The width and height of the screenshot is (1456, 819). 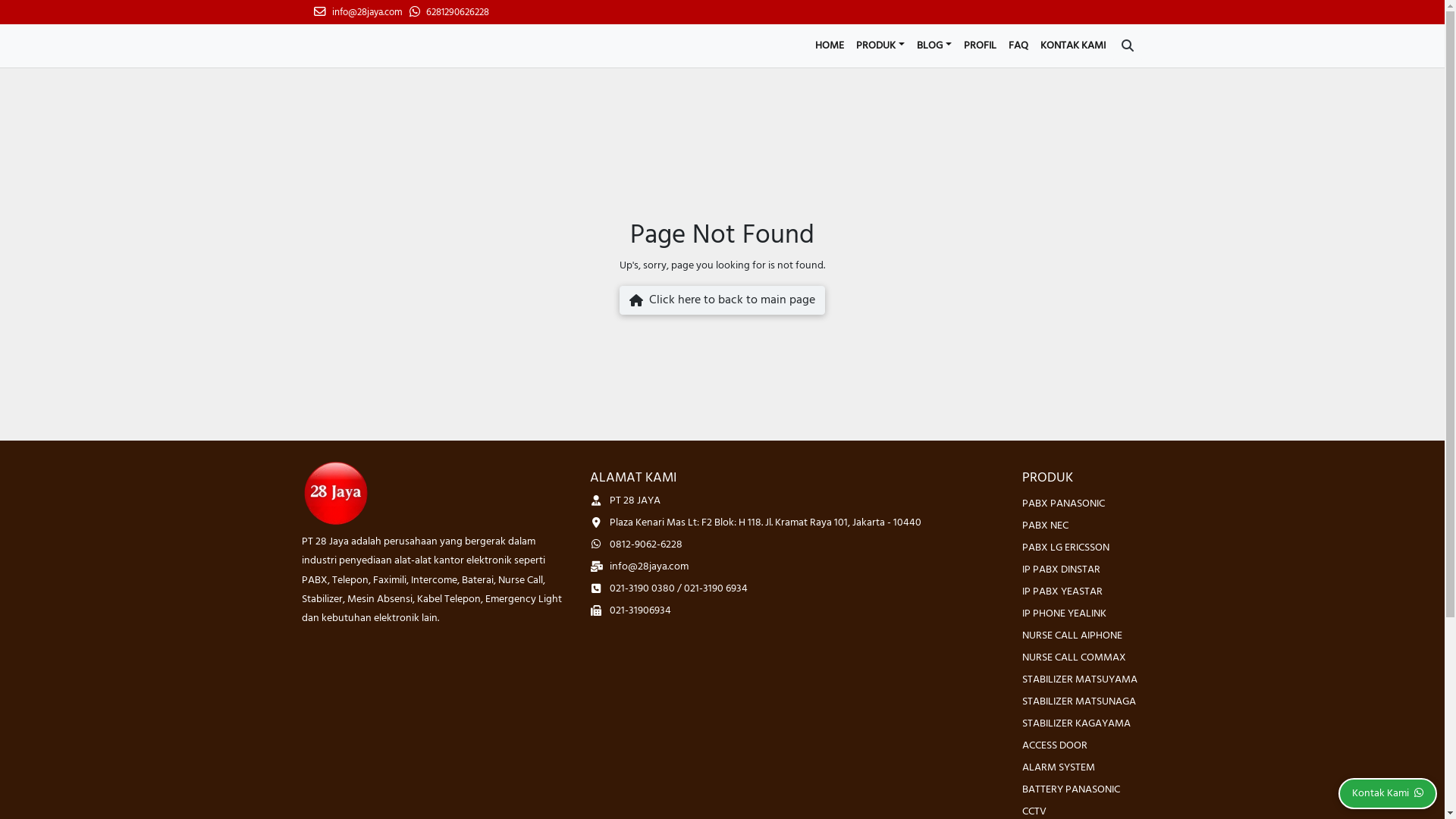 What do you see at coordinates (1062, 504) in the screenshot?
I see `'PABX PANASONIC'` at bounding box center [1062, 504].